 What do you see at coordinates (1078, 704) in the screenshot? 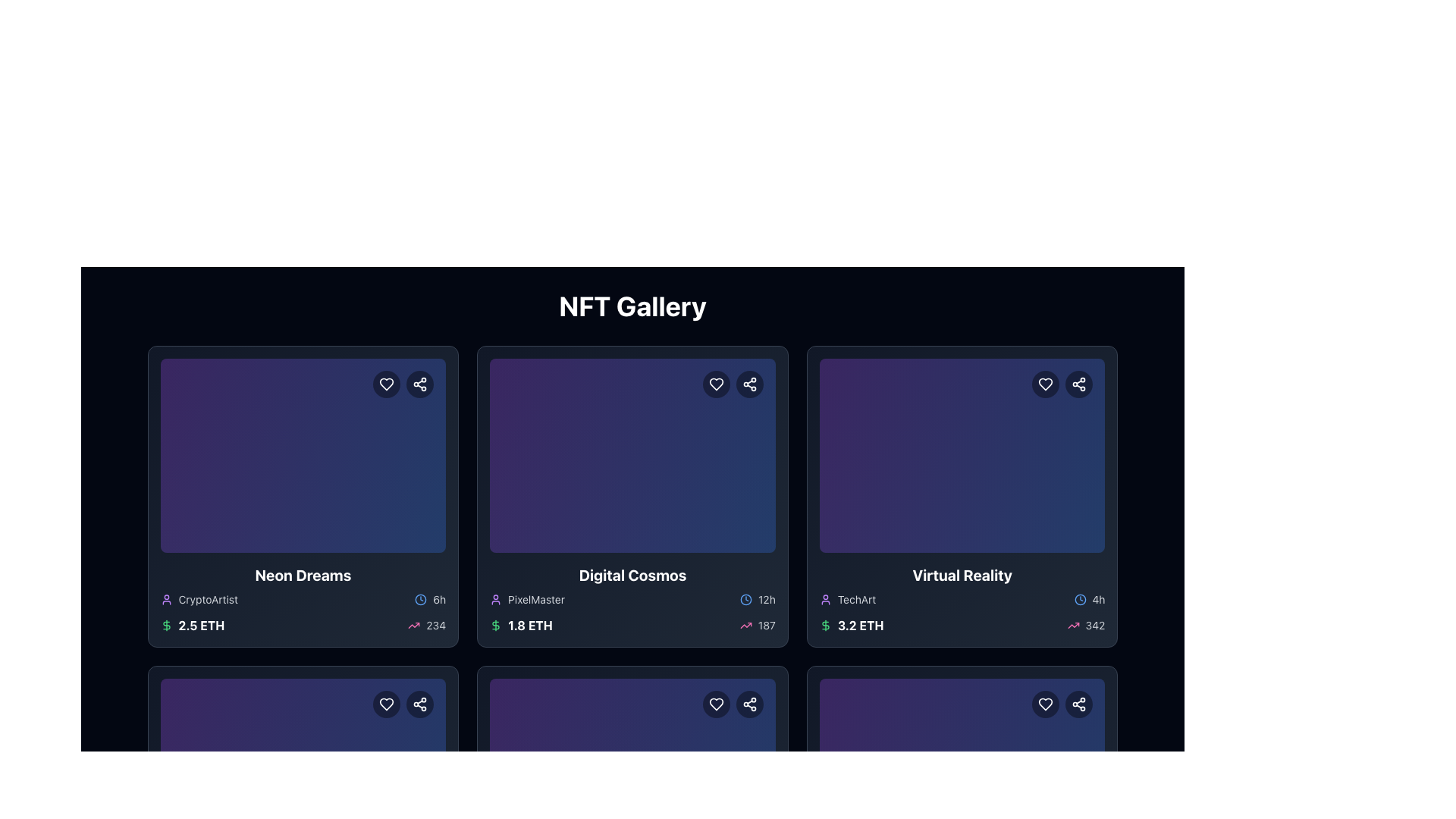
I see `the circular interactive button with a share icon, which features a dark background and a white share icon, located at the top-right region of the card, adjacent to a heart-shaped button` at bounding box center [1078, 704].